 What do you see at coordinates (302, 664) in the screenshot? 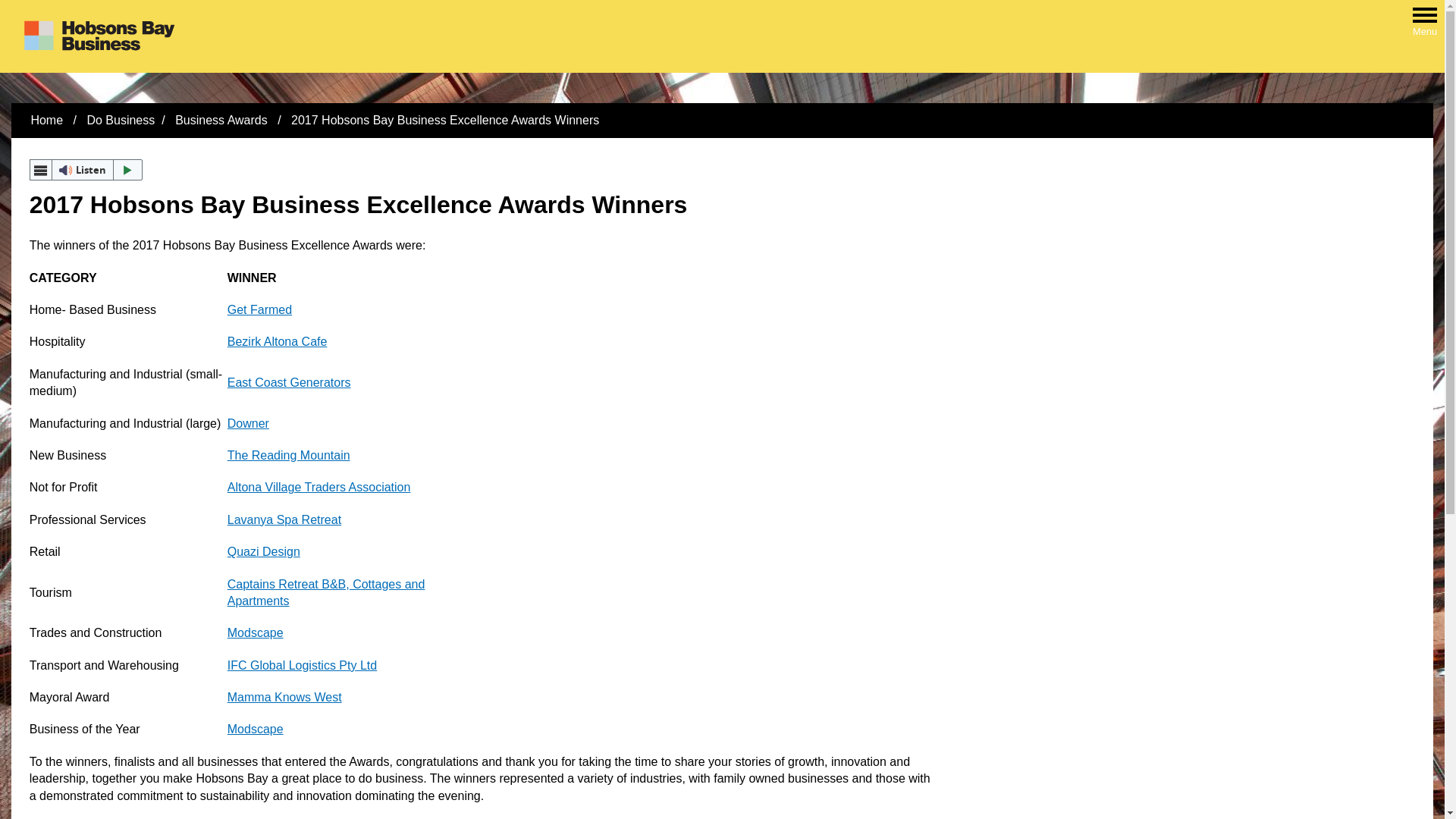
I see `'IFC Global Logistics Pty Ltd'` at bounding box center [302, 664].